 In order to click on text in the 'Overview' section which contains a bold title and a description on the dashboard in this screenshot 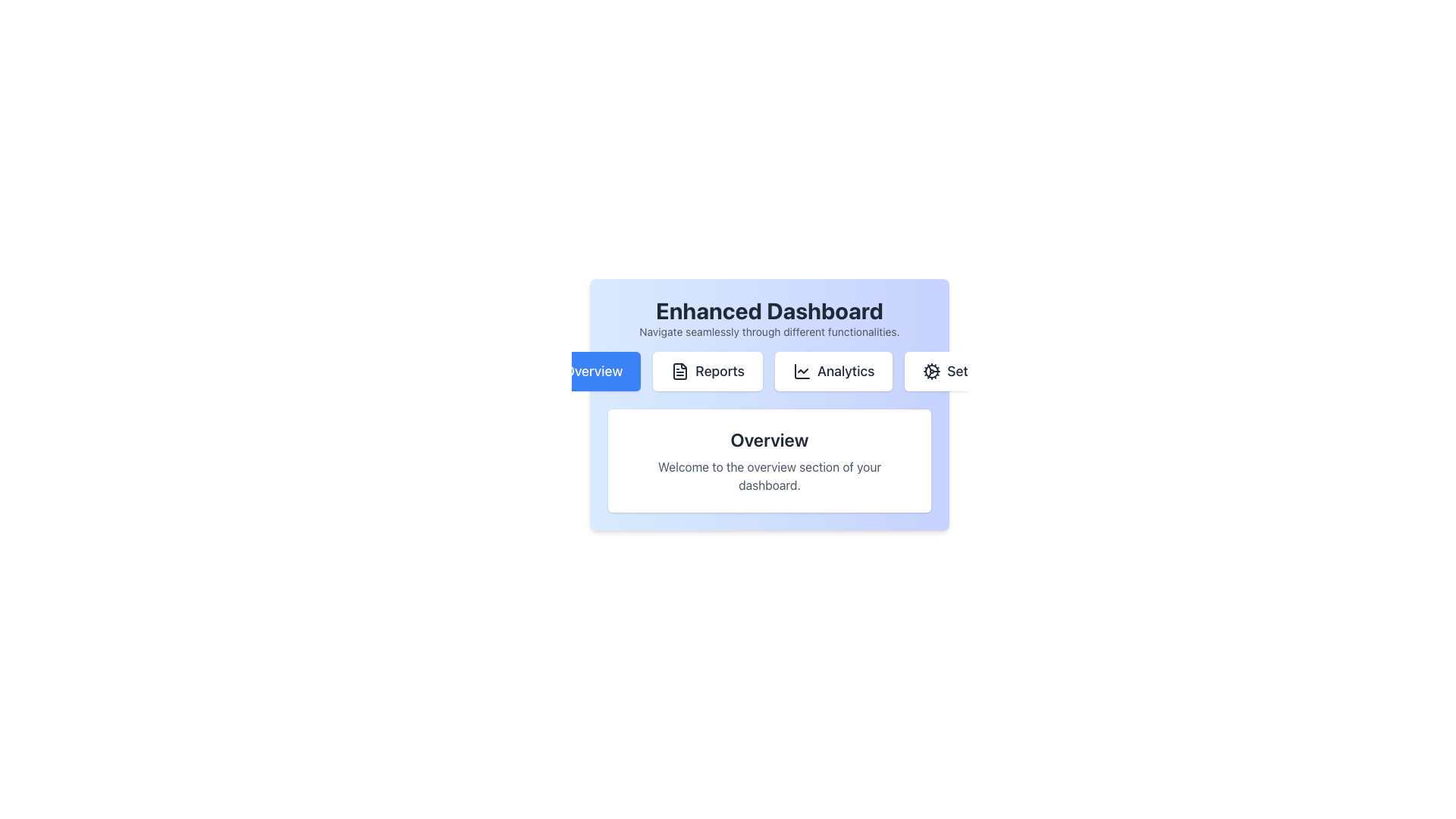, I will do `click(769, 460)`.